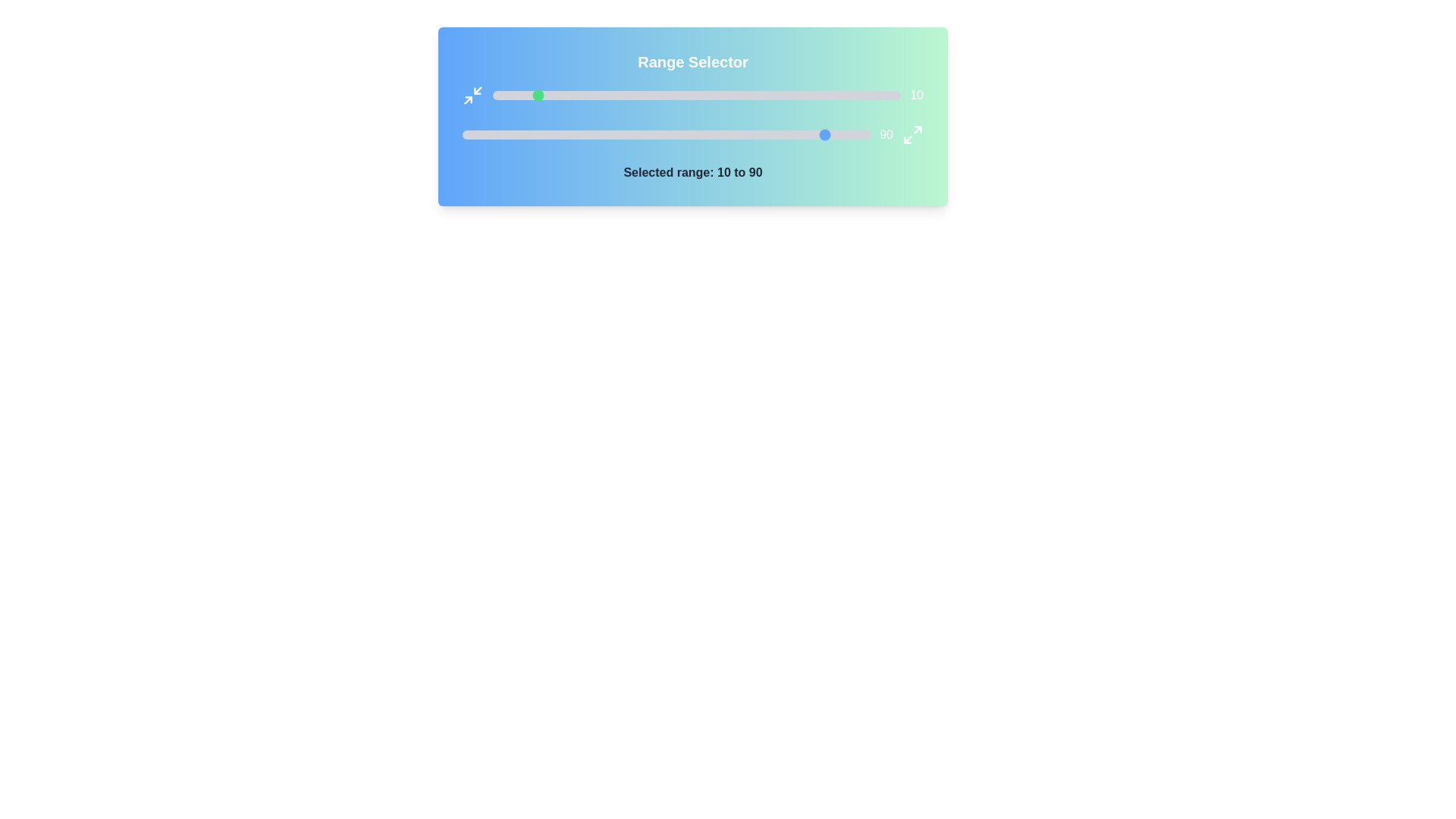 The image size is (1456, 819). I want to click on the slider, so click(745, 96).